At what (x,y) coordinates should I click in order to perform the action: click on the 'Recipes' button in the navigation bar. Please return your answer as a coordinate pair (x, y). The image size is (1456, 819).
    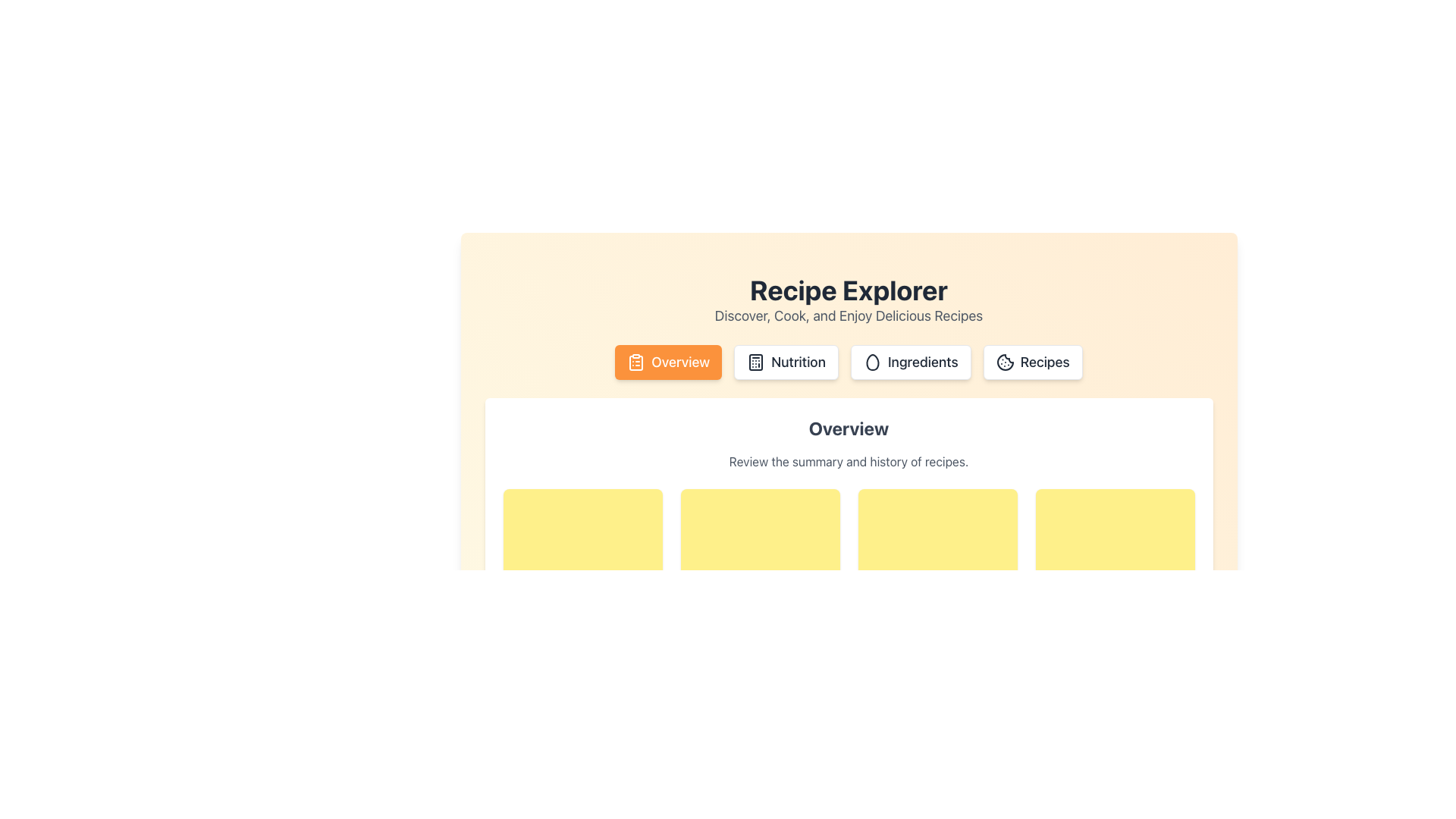
    Looking at the image, I should click on (1032, 362).